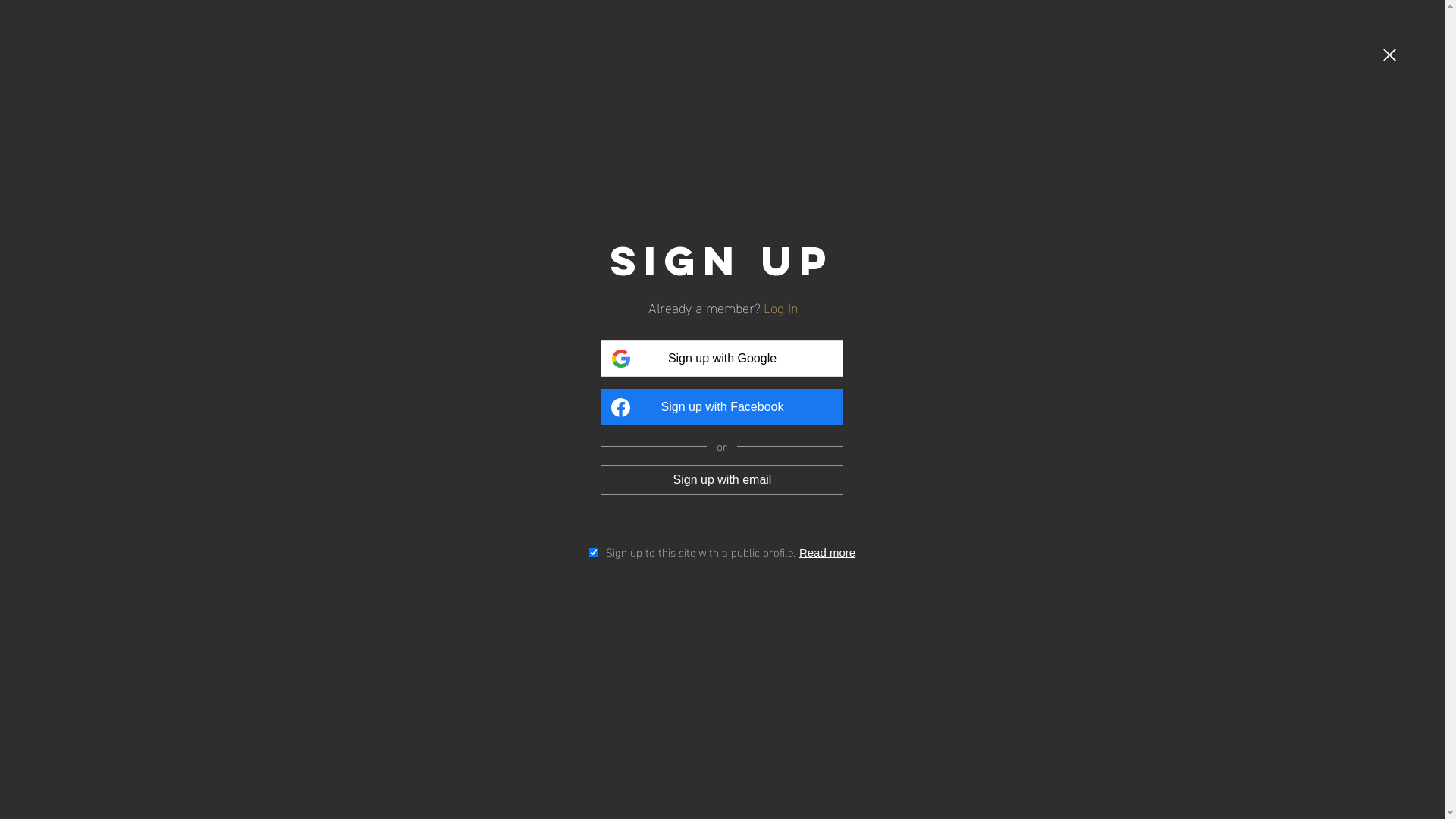  I want to click on 'Sign up with Google', so click(720, 359).